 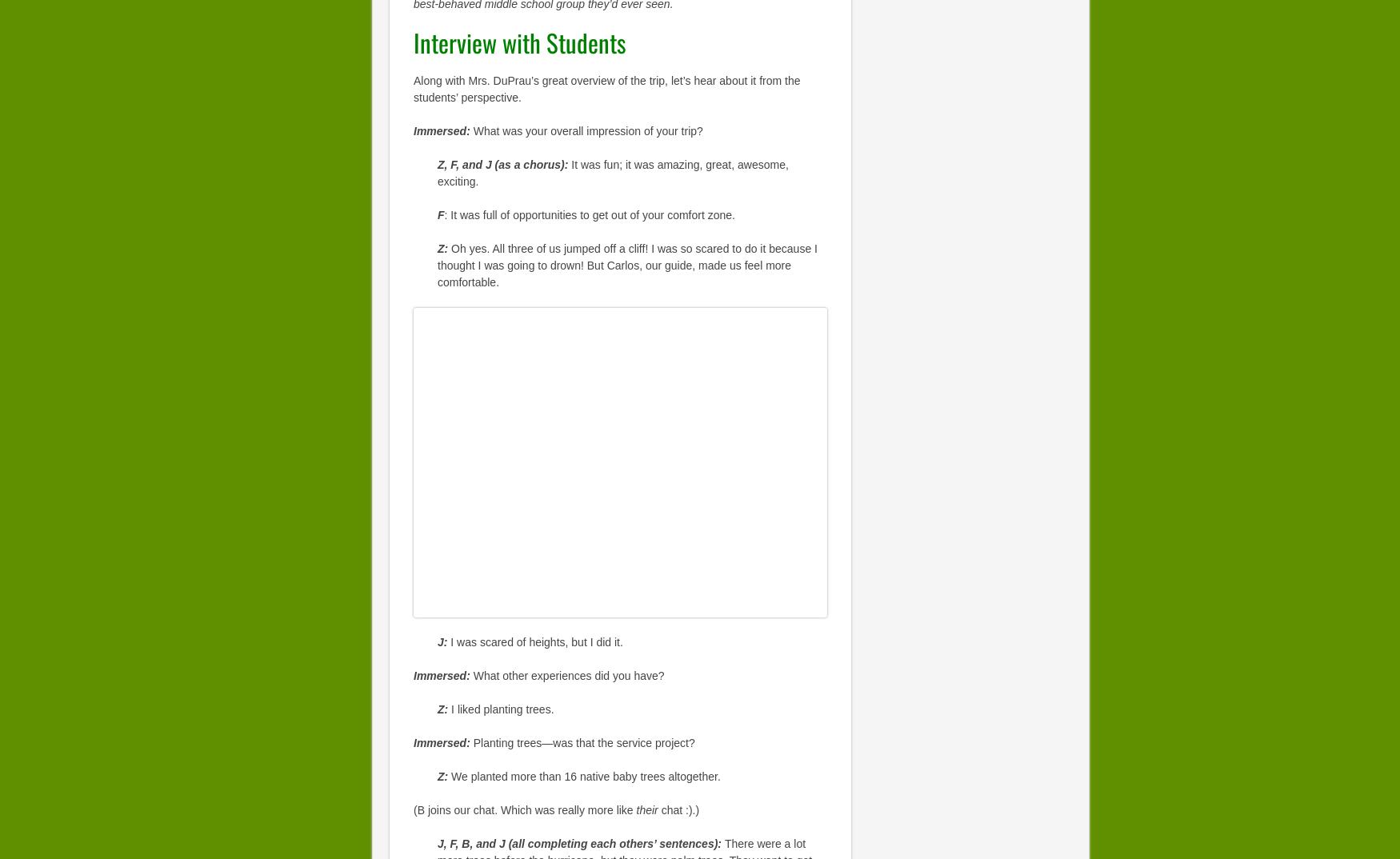 What do you see at coordinates (606, 87) in the screenshot?
I see `'Along with Mrs. DuPrau’s great overview of the trip, let’s hear about it from the students’ perspective.'` at bounding box center [606, 87].